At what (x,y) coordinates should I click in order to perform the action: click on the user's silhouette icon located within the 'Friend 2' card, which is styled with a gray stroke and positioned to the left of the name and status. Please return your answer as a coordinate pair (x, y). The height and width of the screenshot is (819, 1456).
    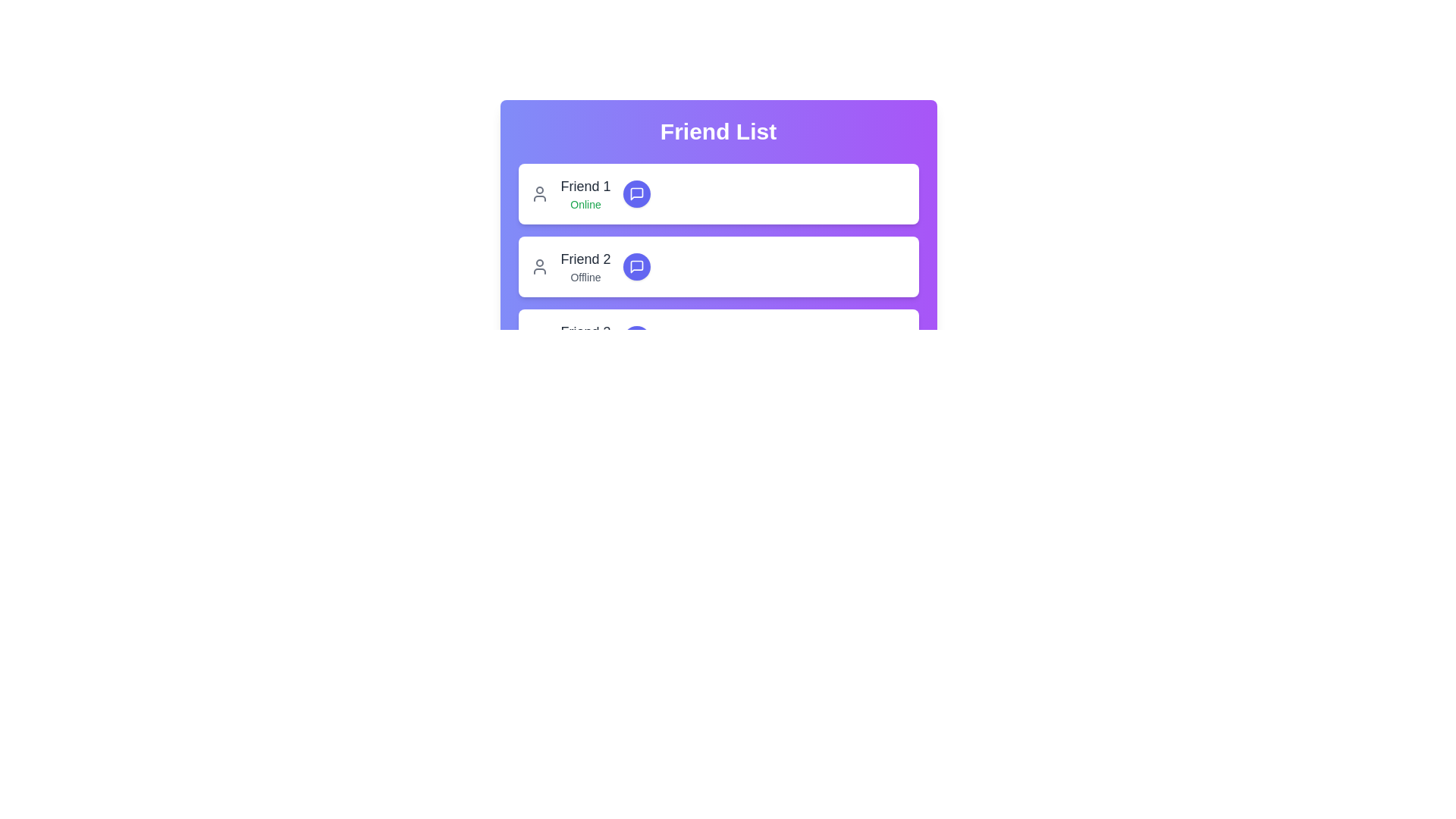
    Looking at the image, I should click on (539, 265).